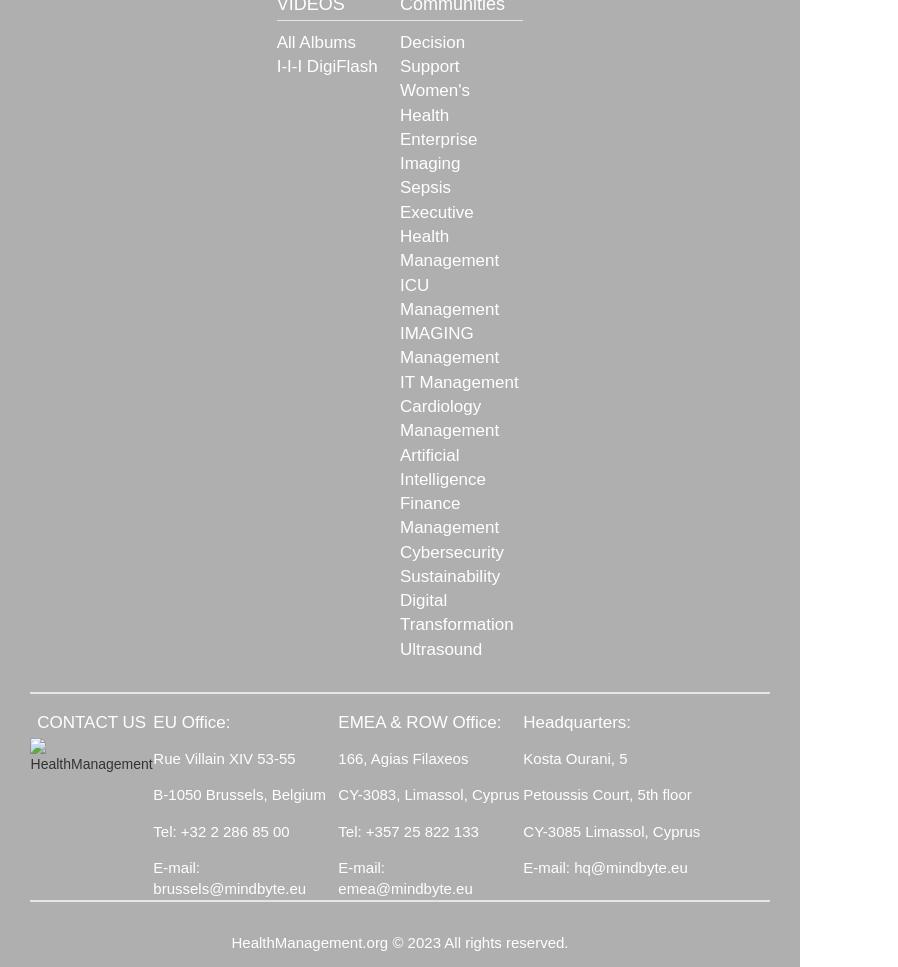  What do you see at coordinates (449, 574) in the screenshot?
I see `'Sustainability'` at bounding box center [449, 574].